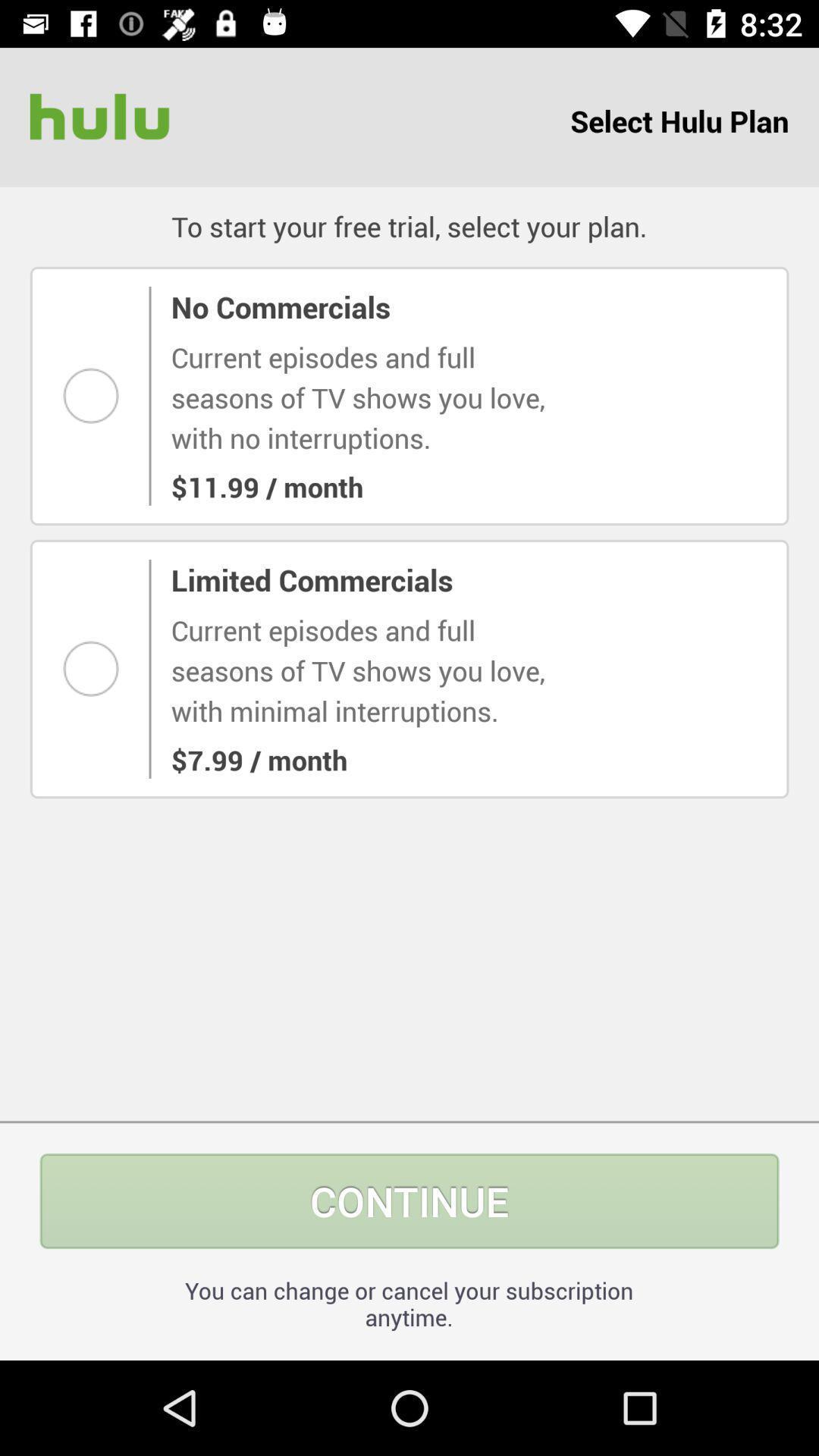  Describe the element at coordinates (96, 396) in the screenshot. I see `this option` at that location.